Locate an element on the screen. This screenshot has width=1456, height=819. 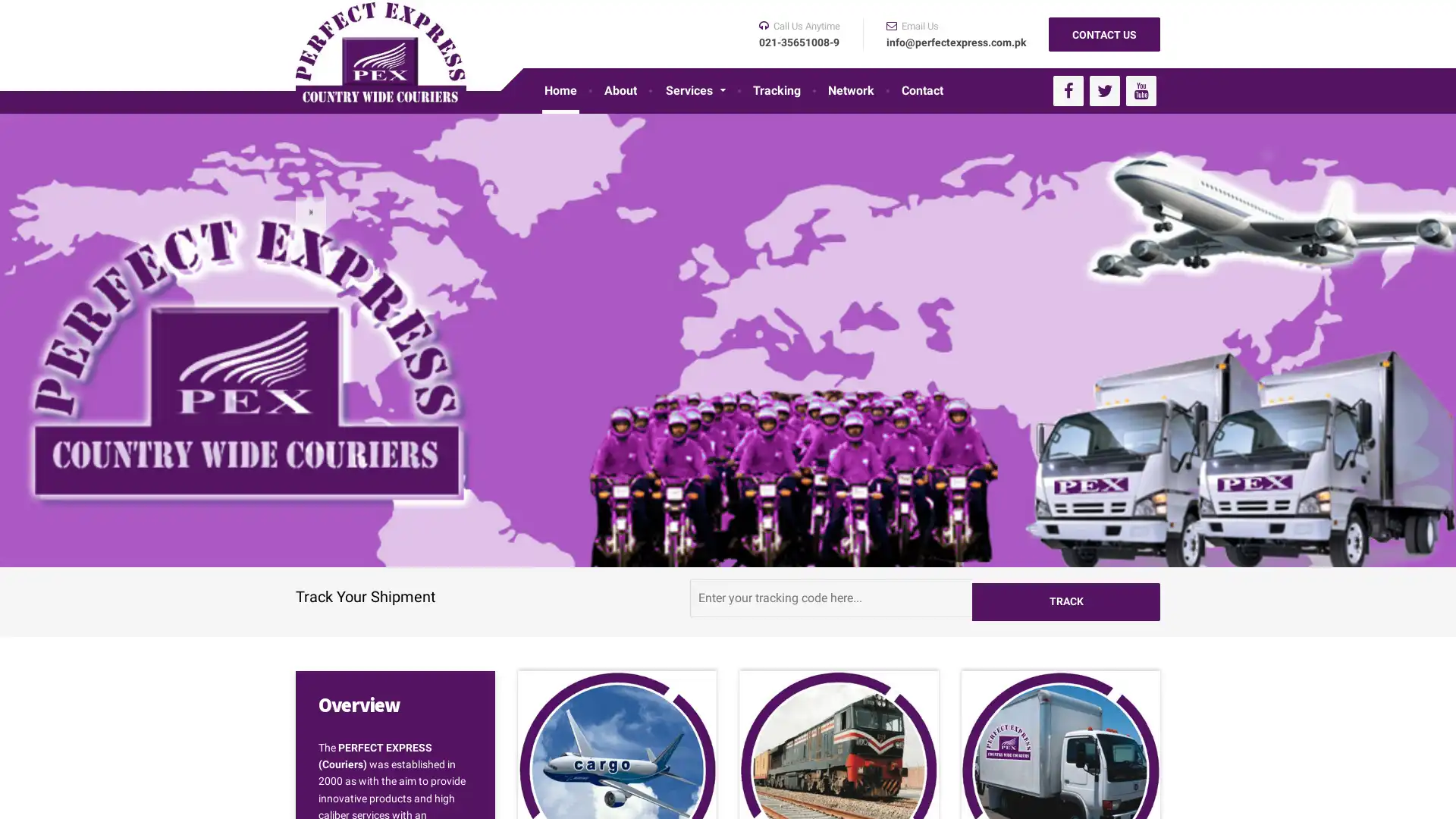
TRACK is located at coordinates (1065, 596).